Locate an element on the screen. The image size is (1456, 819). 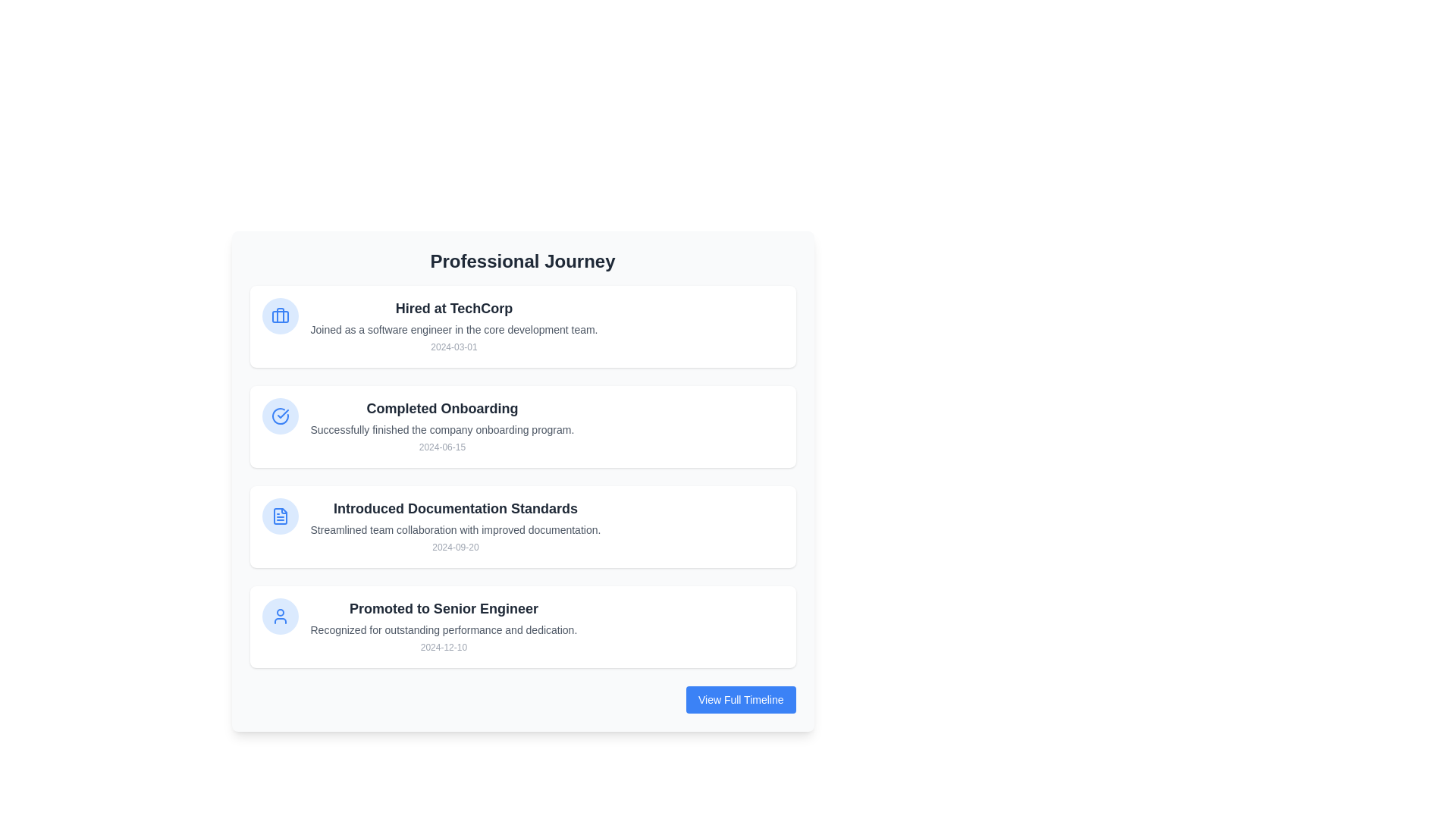
text from the Text block providing detailed information about the event 'Introduced Documentation Standards,' located below the primary header and above the date '2024-09-20.' is located at coordinates (454, 529).